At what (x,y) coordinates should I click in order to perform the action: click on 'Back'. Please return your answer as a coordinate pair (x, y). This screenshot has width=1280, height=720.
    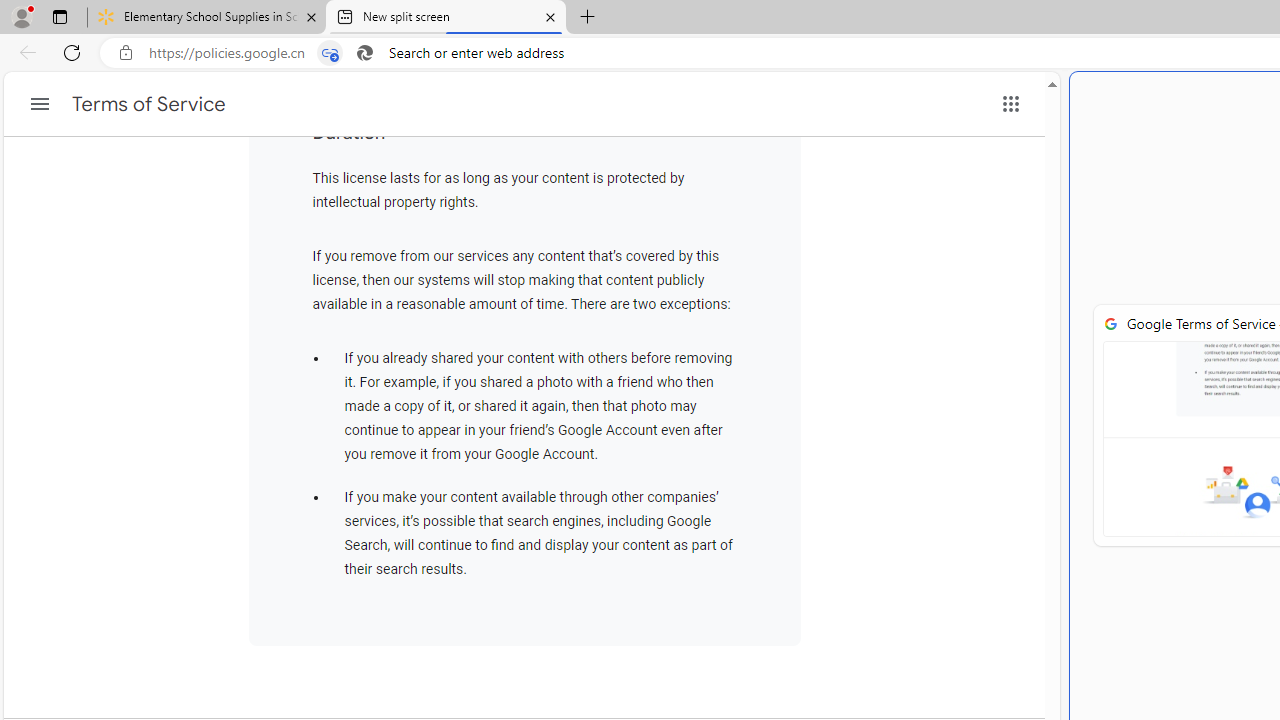
    Looking at the image, I should click on (24, 51).